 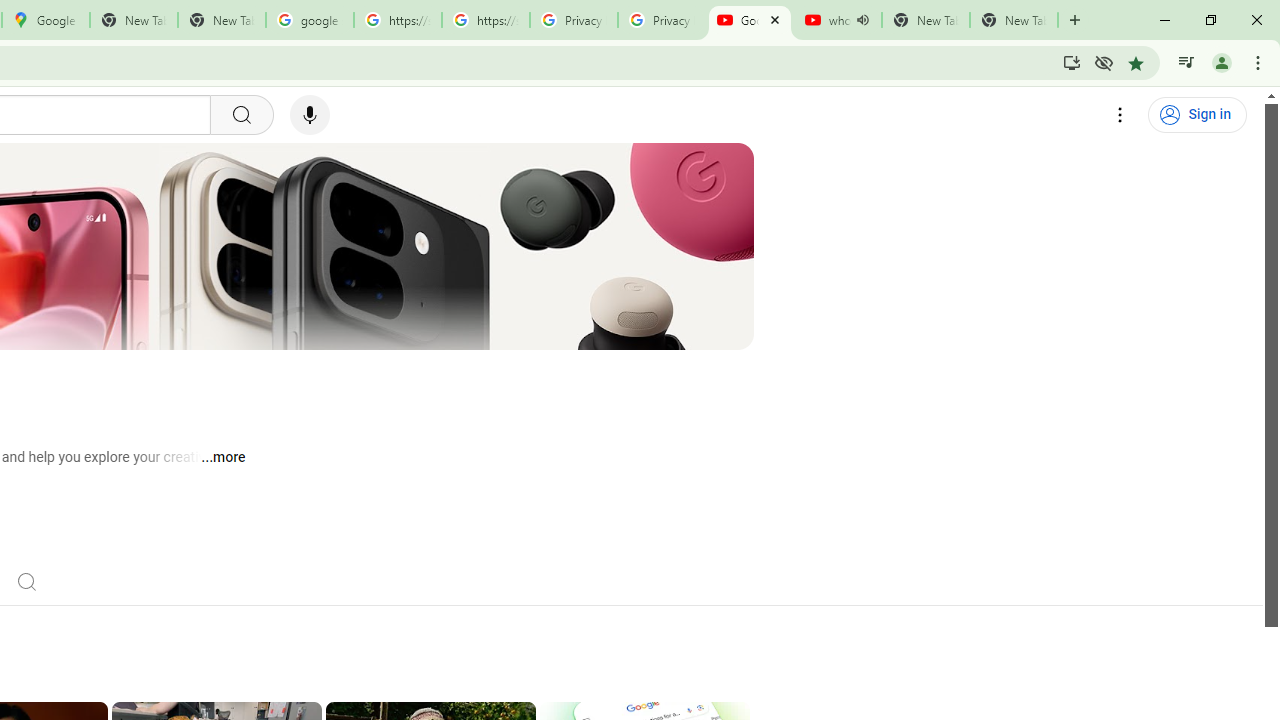 I want to click on 'You', so click(x=1220, y=61).